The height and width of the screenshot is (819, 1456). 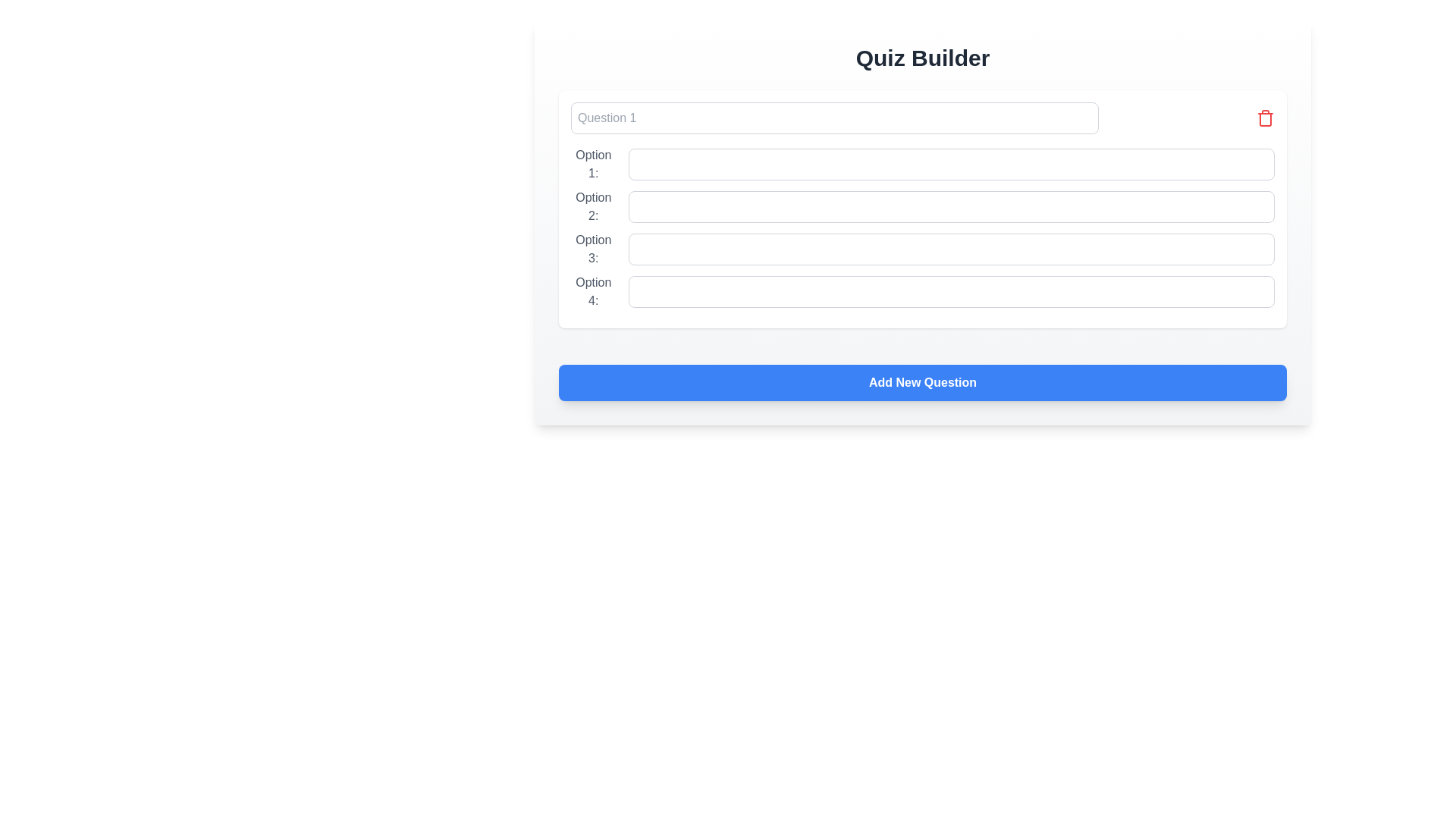 I want to click on the label displaying 'Option 1:' which is styled in gray and positioned at the top left corner of the quiz options group, so click(x=592, y=164).